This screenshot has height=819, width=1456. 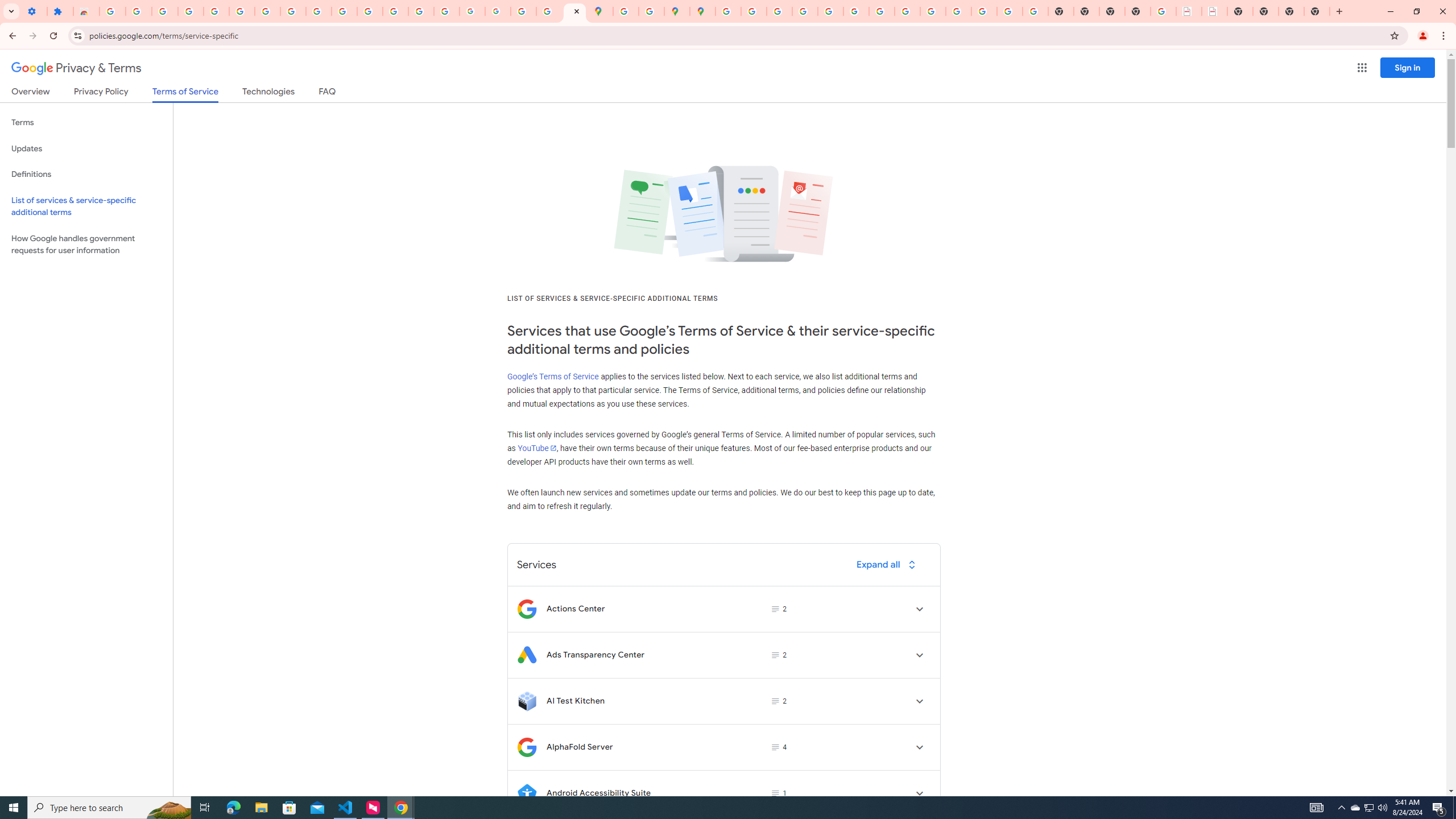 I want to click on 'Google Maps', so click(x=600, y=11).